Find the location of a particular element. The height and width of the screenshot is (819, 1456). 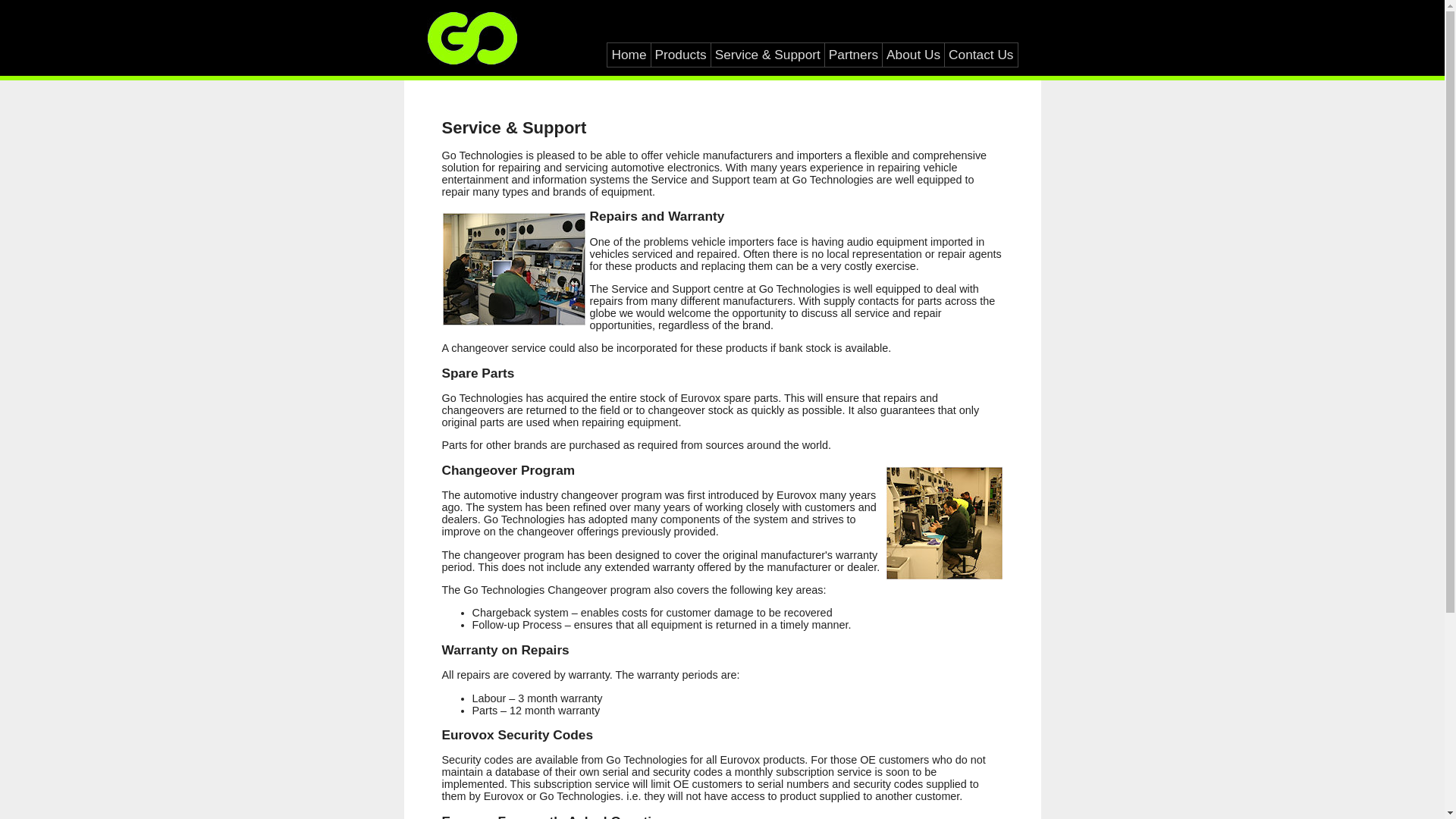

'Products' is located at coordinates (679, 54).